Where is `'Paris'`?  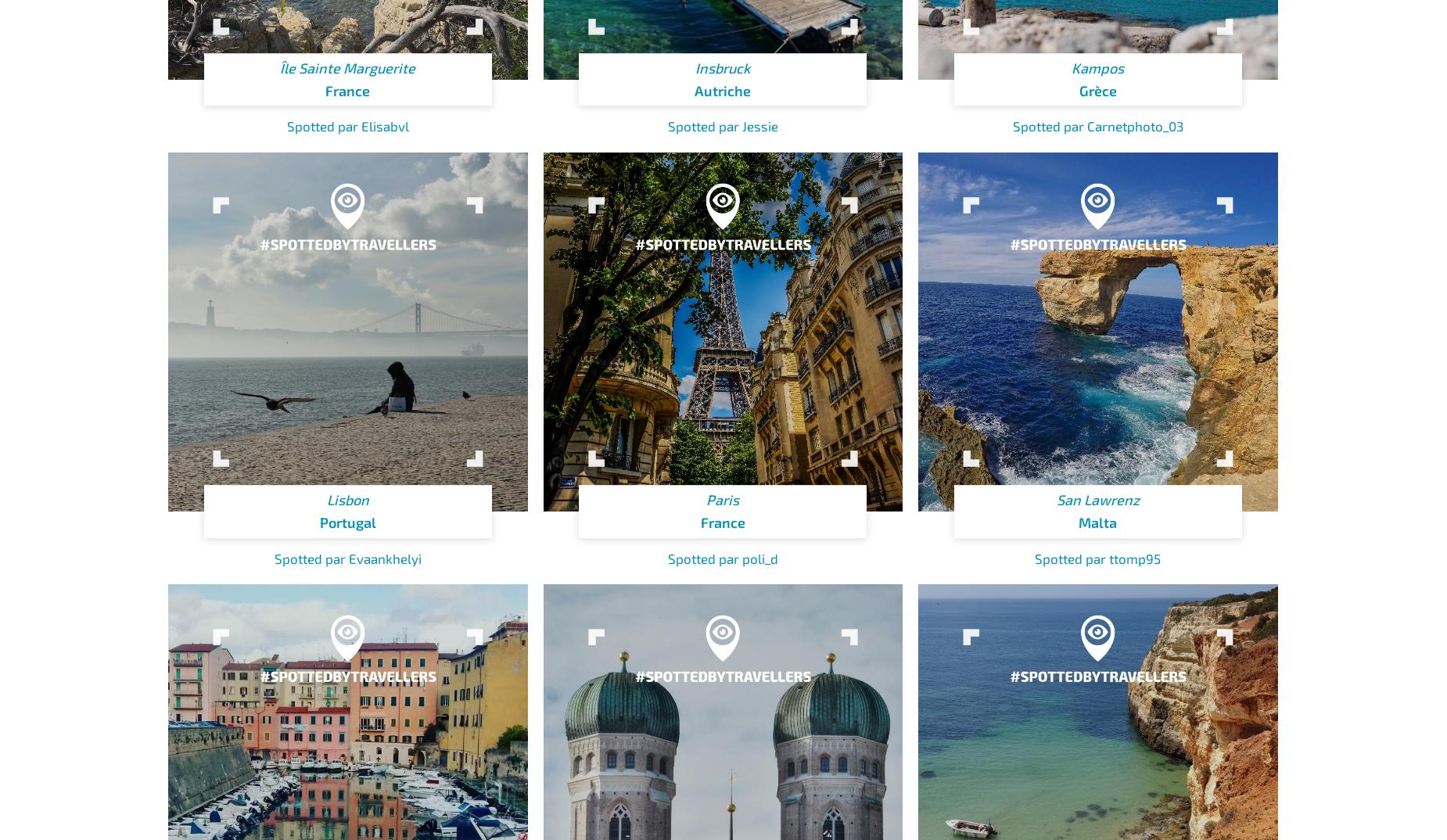 'Paris' is located at coordinates (706, 500).